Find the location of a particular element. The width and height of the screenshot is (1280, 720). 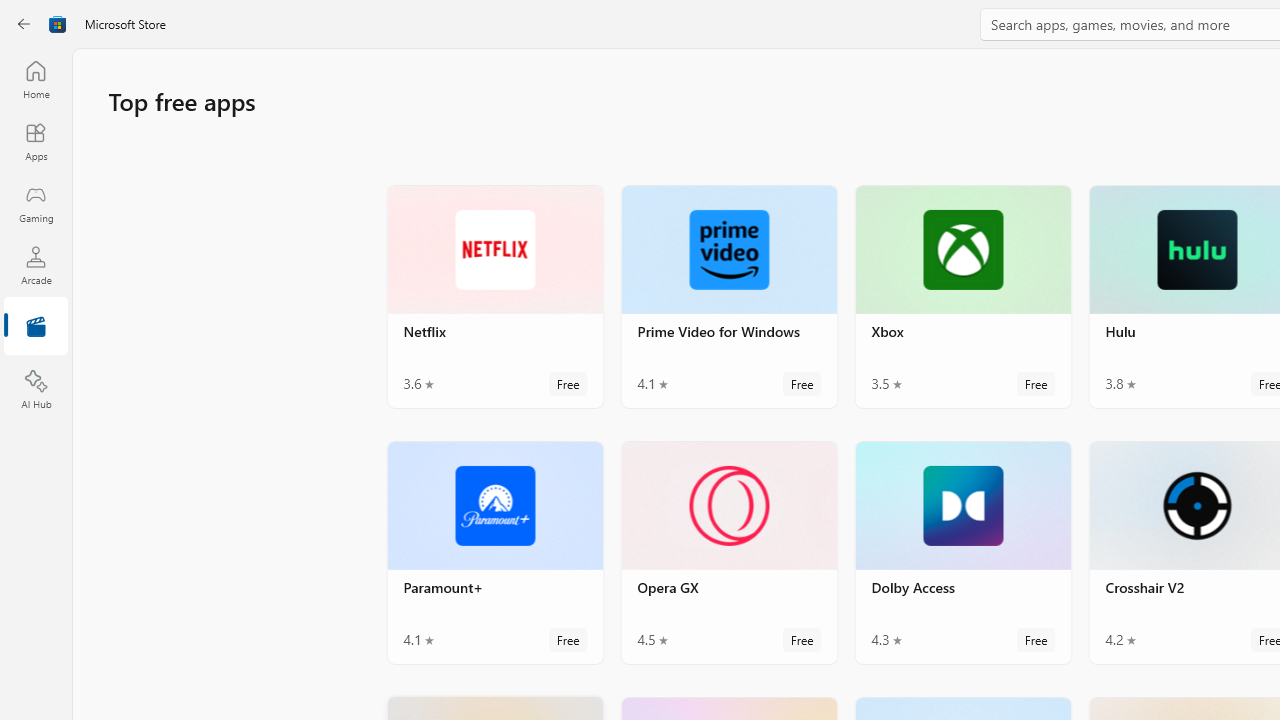

'Paramount+. Average rating of 4.1 out of five stars. Free  ' is located at coordinates (495, 551).